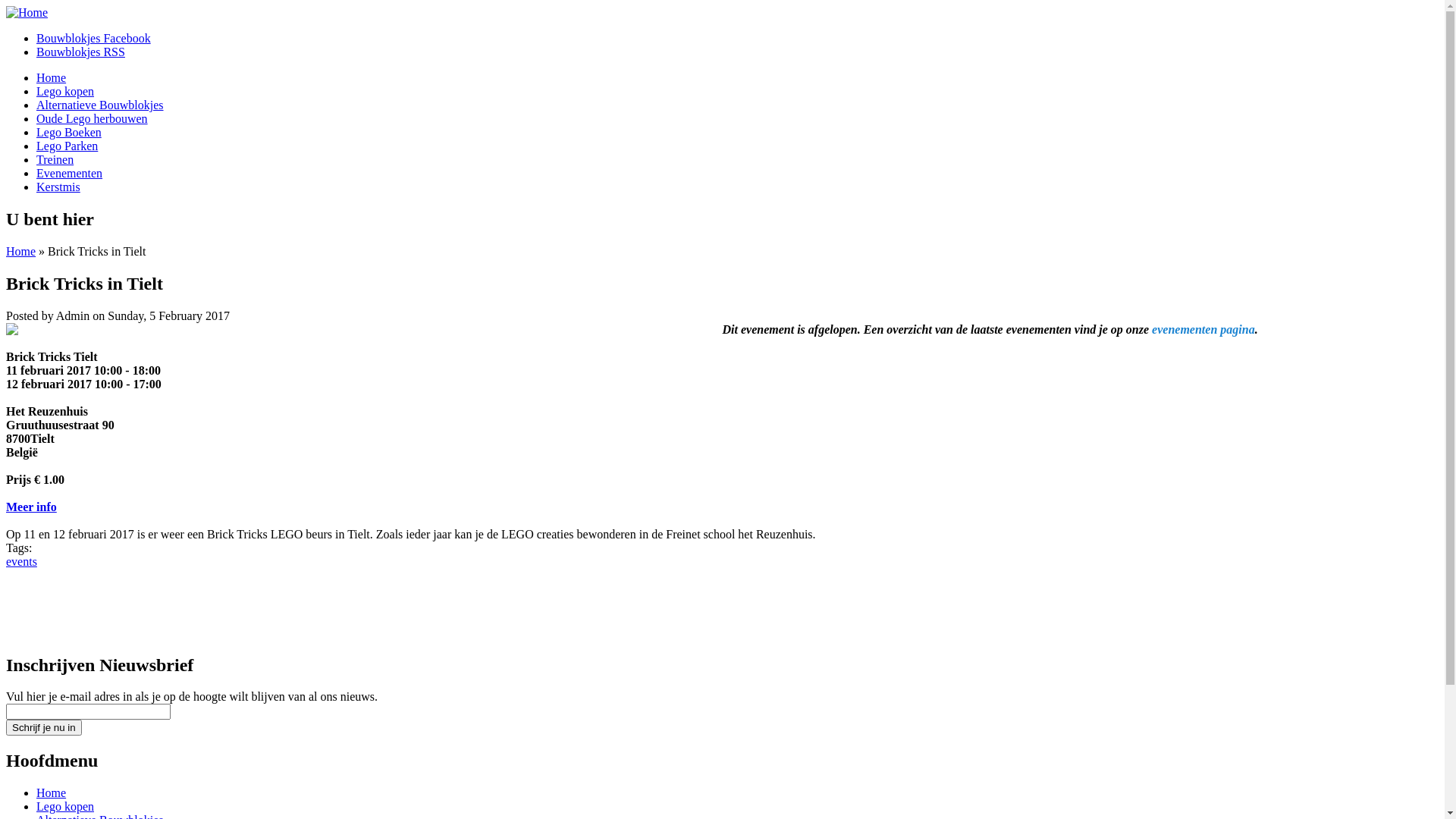 The height and width of the screenshot is (819, 1456). Describe the element at coordinates (51, 77) in the screenshot. I see `'Home'` at that location.